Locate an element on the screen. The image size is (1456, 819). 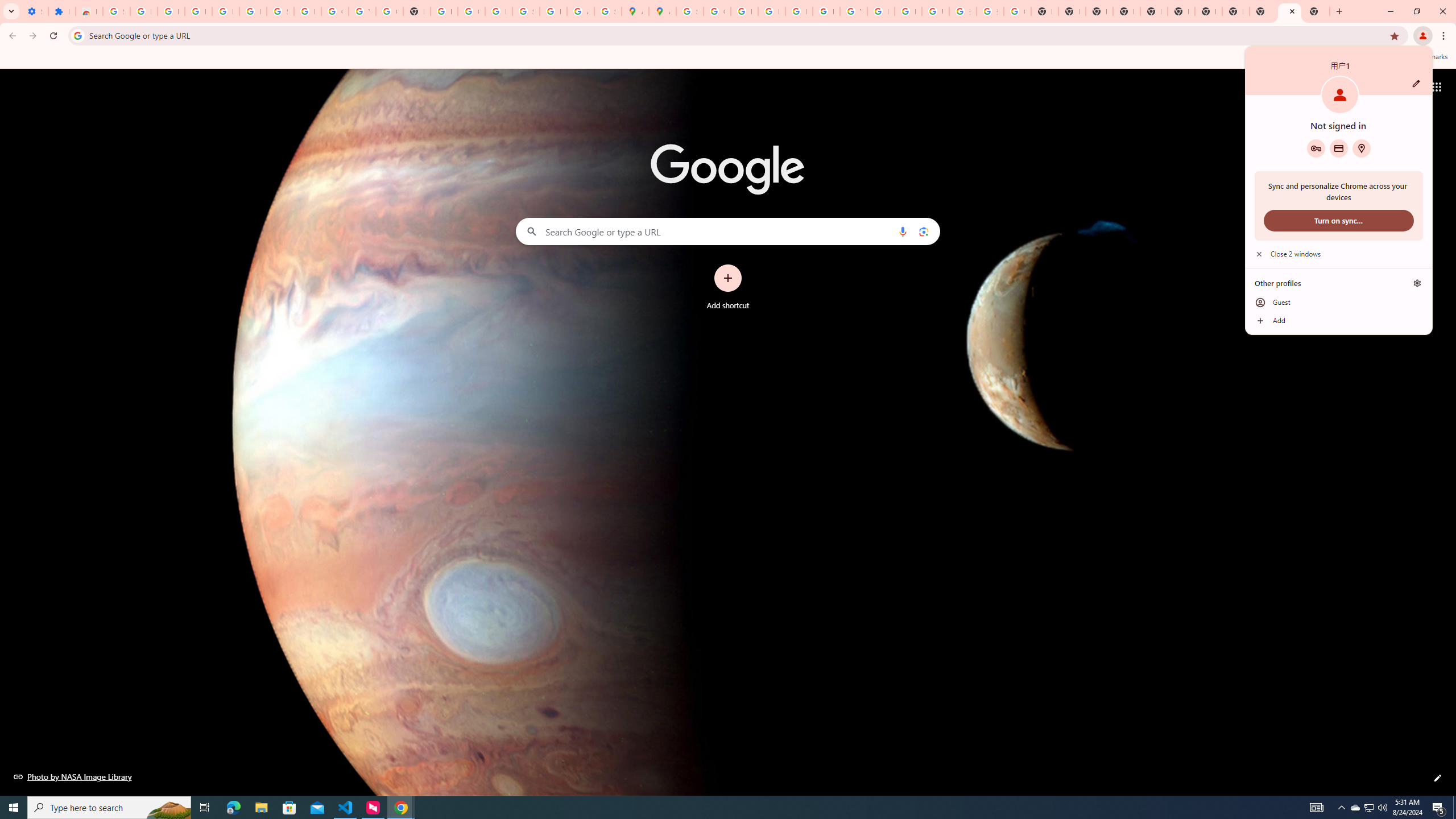
'User Promoted Notification Area' is located at coordinates (1368, 806).